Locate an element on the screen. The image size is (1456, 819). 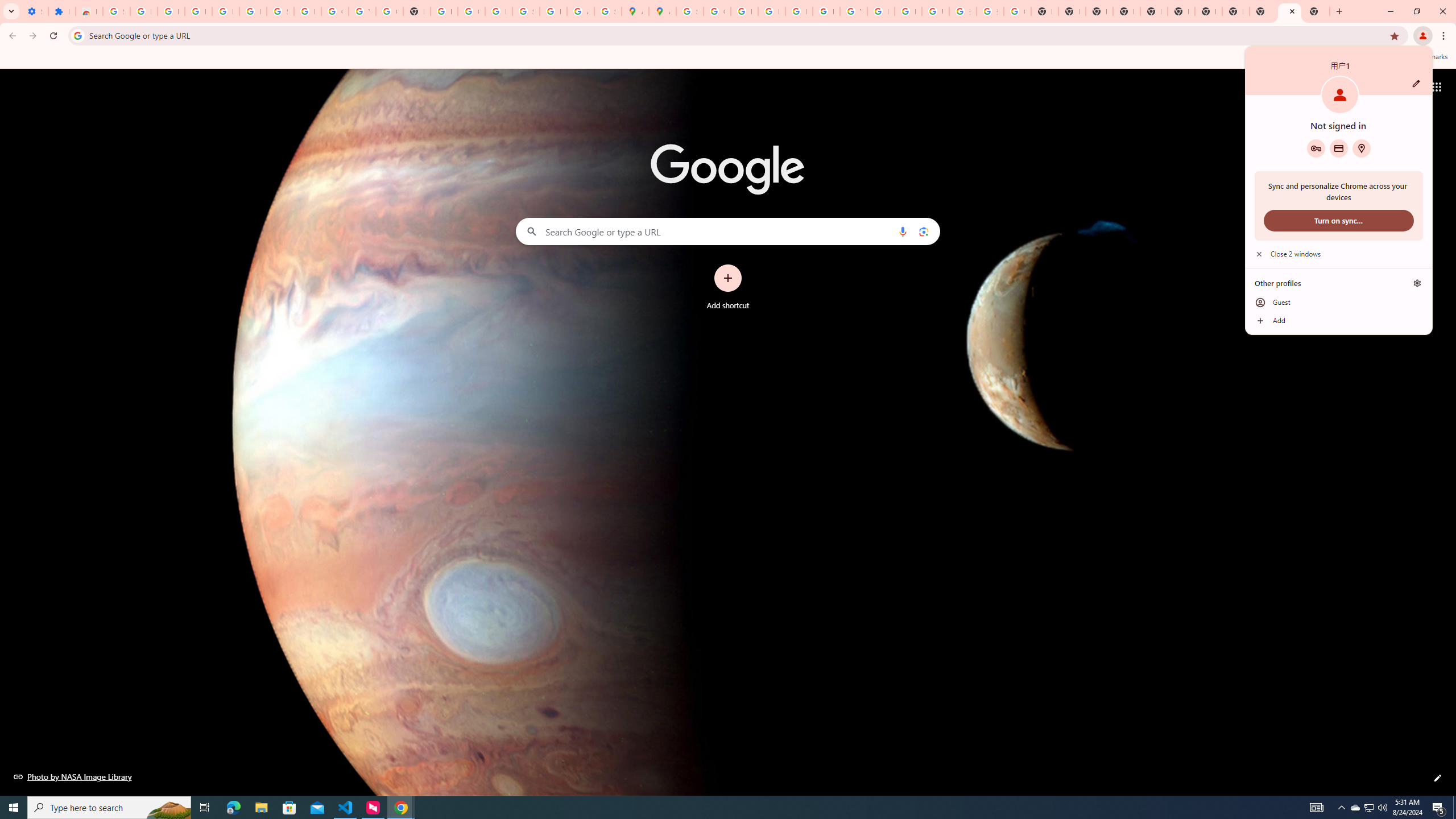
'User Promoted Notification Area' is located at coordinates (1368, 806).